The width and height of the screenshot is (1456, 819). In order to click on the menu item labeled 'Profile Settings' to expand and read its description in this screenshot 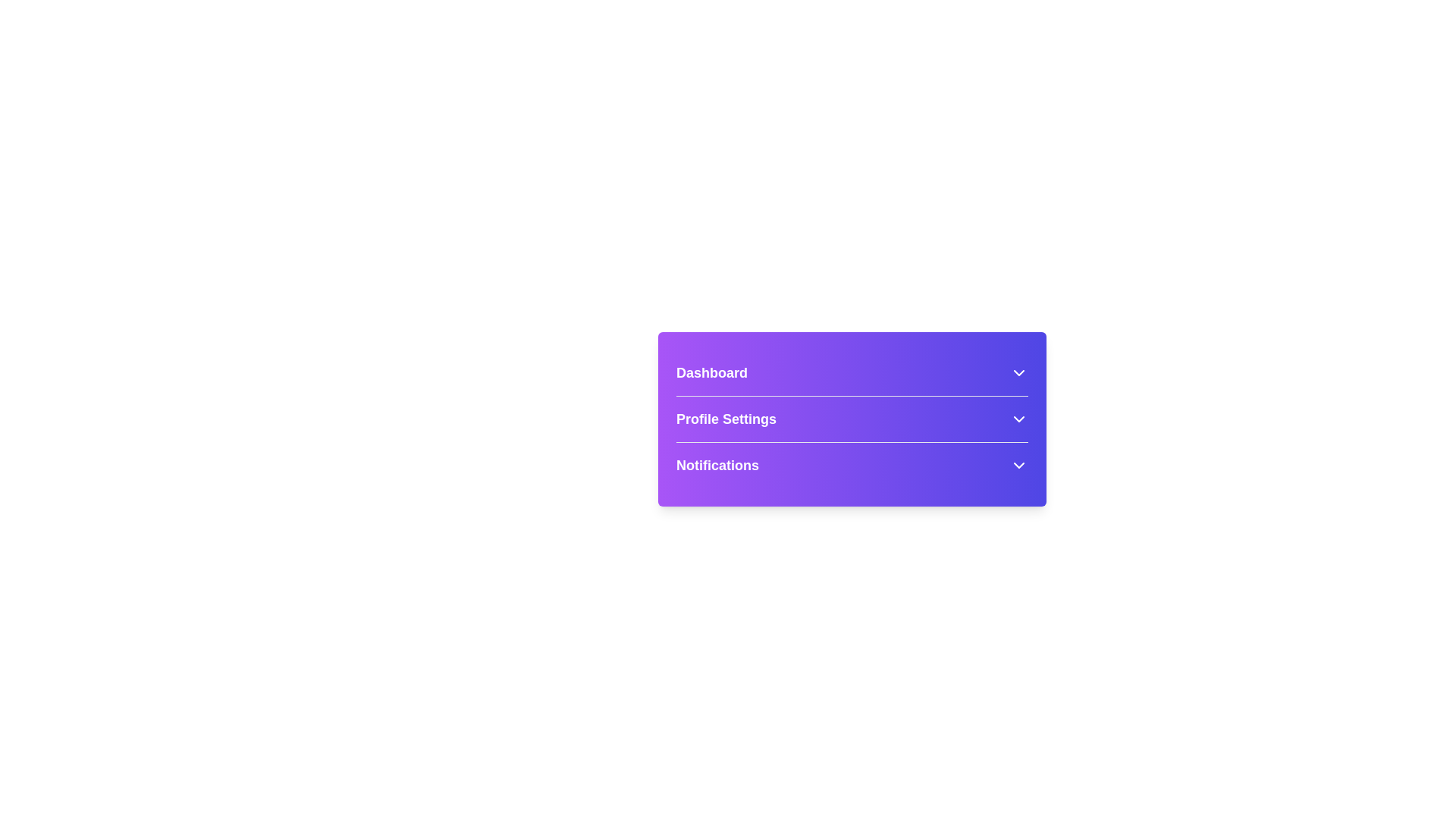, I will do `click(852, 419)`.